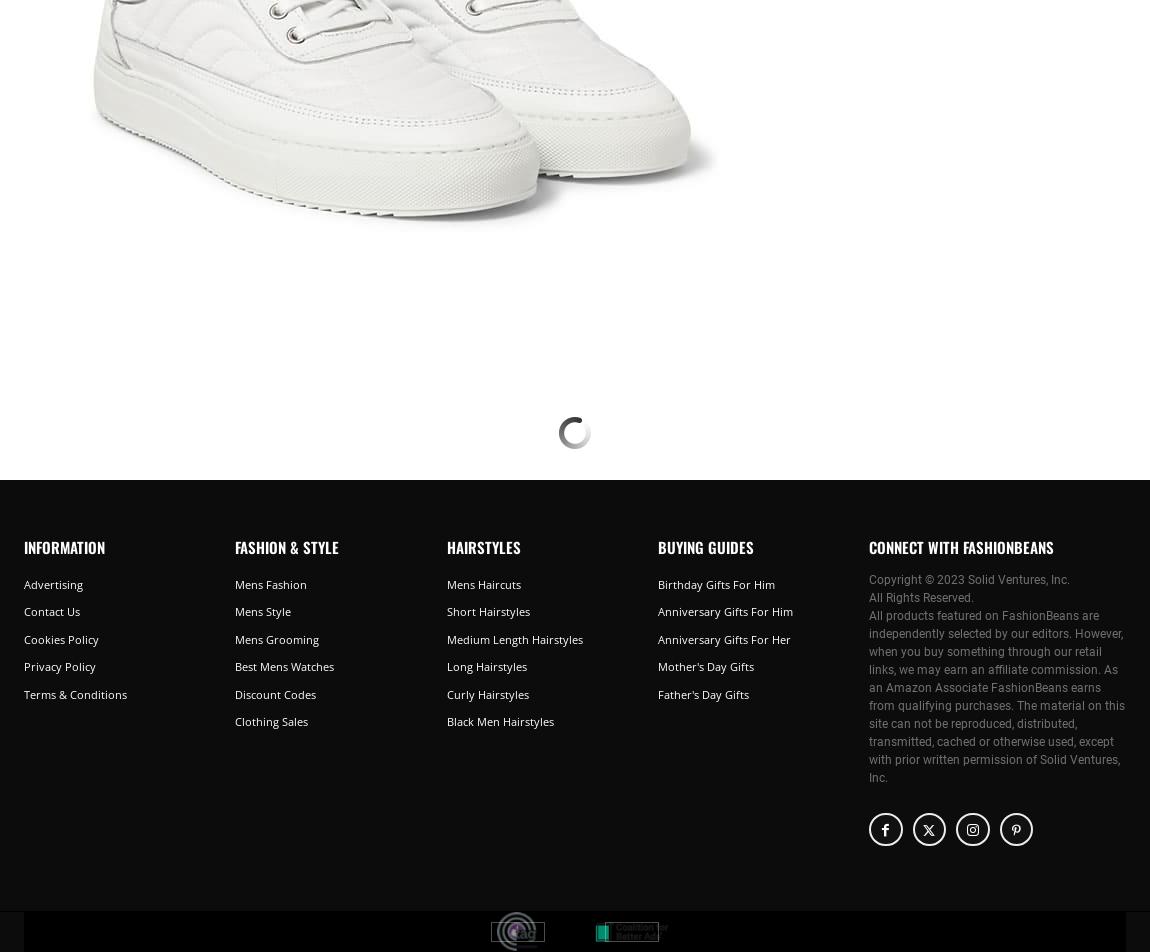 The image size is (1150, 952). I want to click on 'Privacy Policy', so click(59, 666).